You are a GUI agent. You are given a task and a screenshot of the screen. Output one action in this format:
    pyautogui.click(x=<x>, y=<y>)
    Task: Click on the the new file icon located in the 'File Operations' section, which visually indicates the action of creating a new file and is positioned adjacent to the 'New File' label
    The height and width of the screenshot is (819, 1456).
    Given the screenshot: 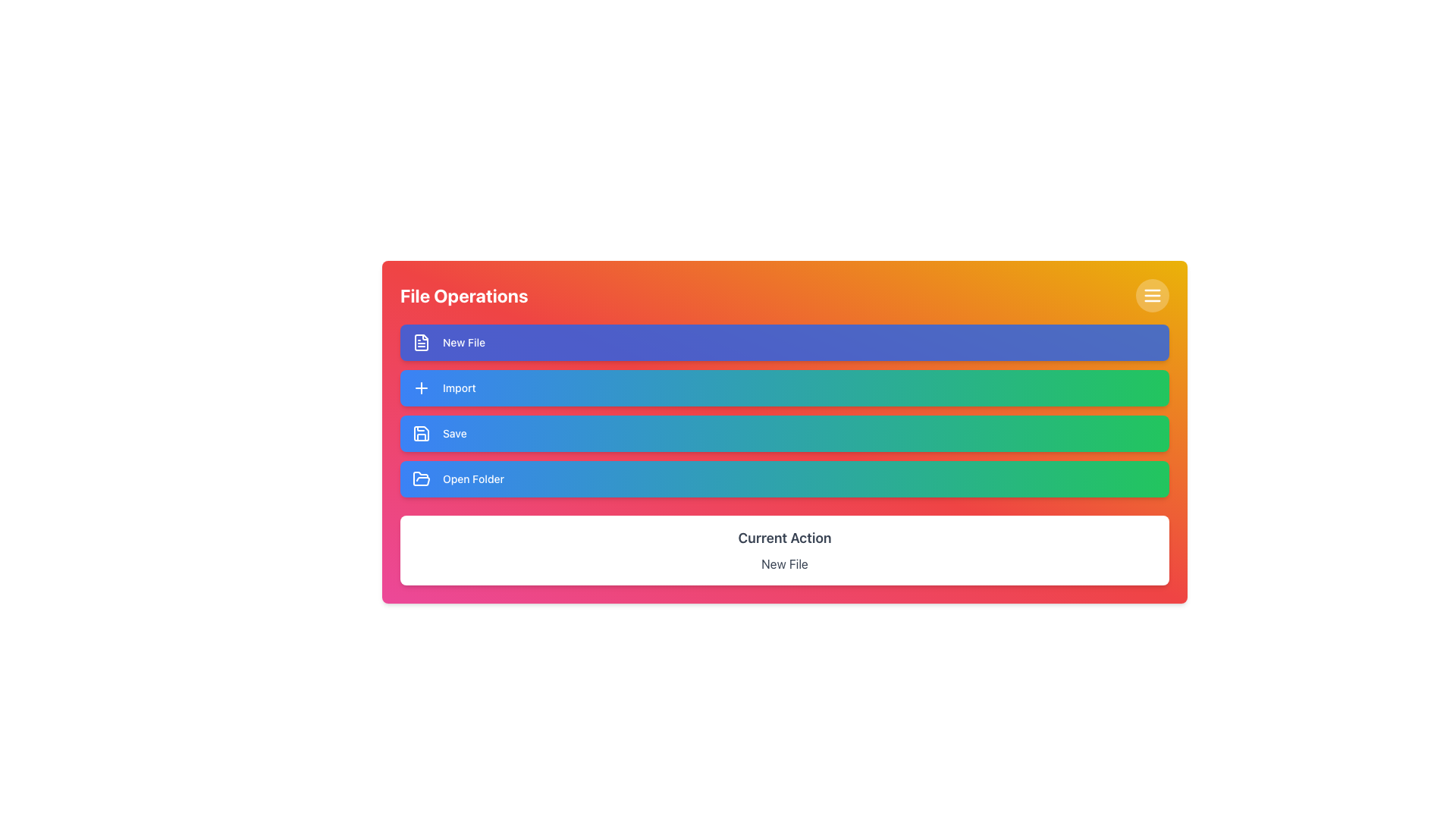 What is the action you would take?
    pyautogui.click(x=422, y=342)
    